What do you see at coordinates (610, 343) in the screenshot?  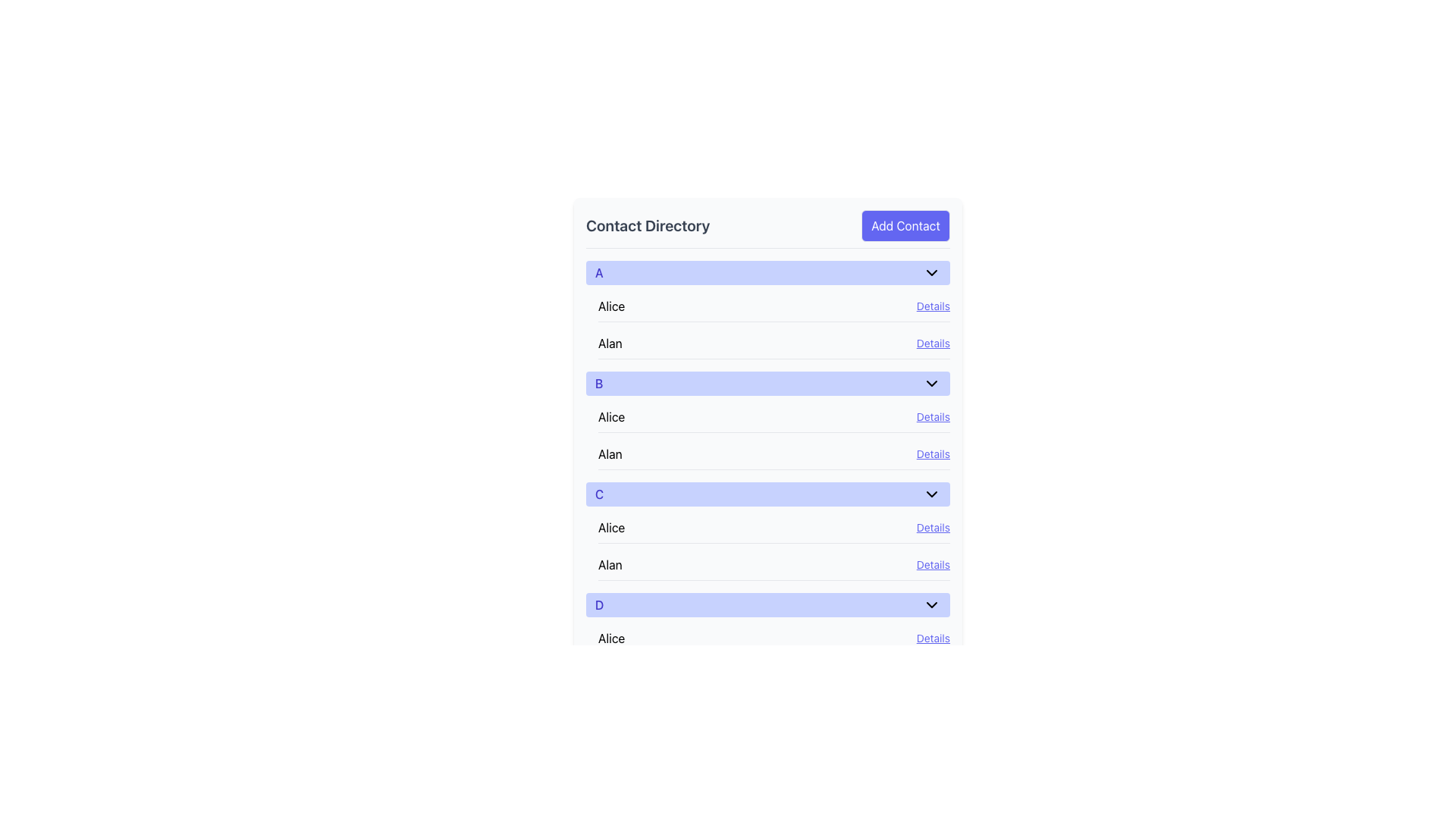 I see `the text label displaying the name 'Alan', which serves as an identifier in the list under section 'A'` at bounding box center [610, 343].